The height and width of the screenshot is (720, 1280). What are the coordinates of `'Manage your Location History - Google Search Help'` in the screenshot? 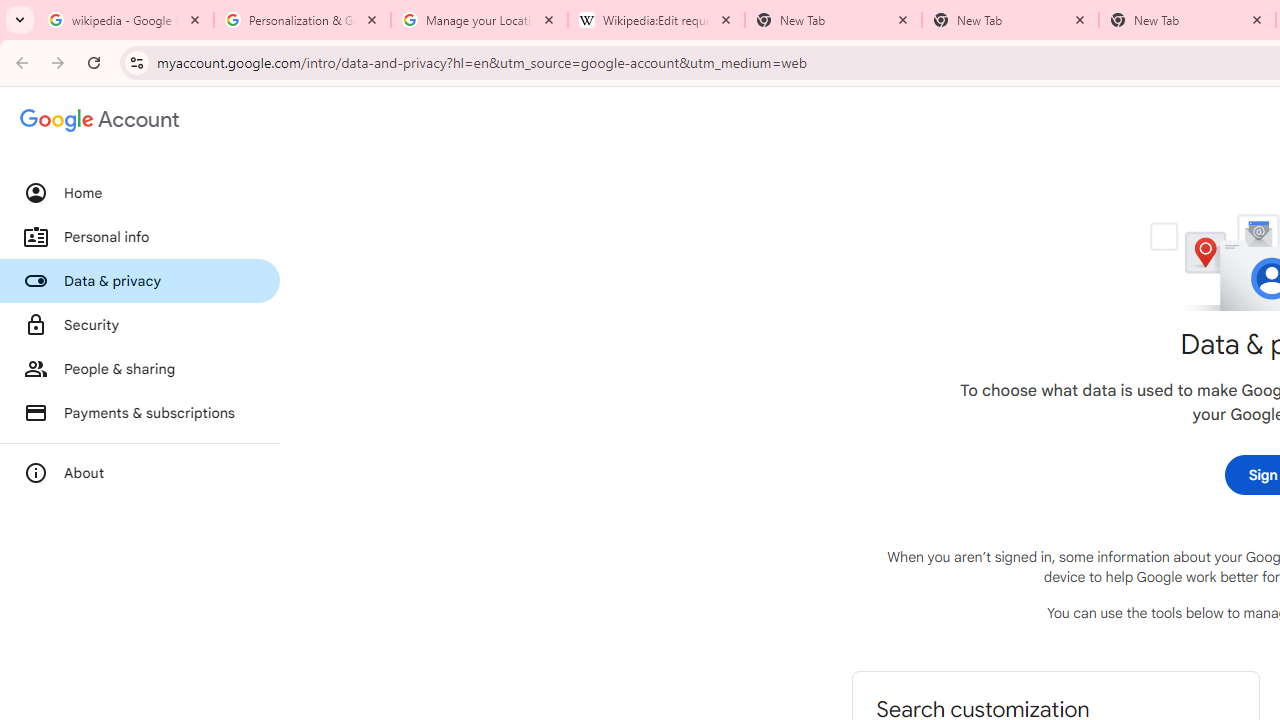 It's located at (478, 20).